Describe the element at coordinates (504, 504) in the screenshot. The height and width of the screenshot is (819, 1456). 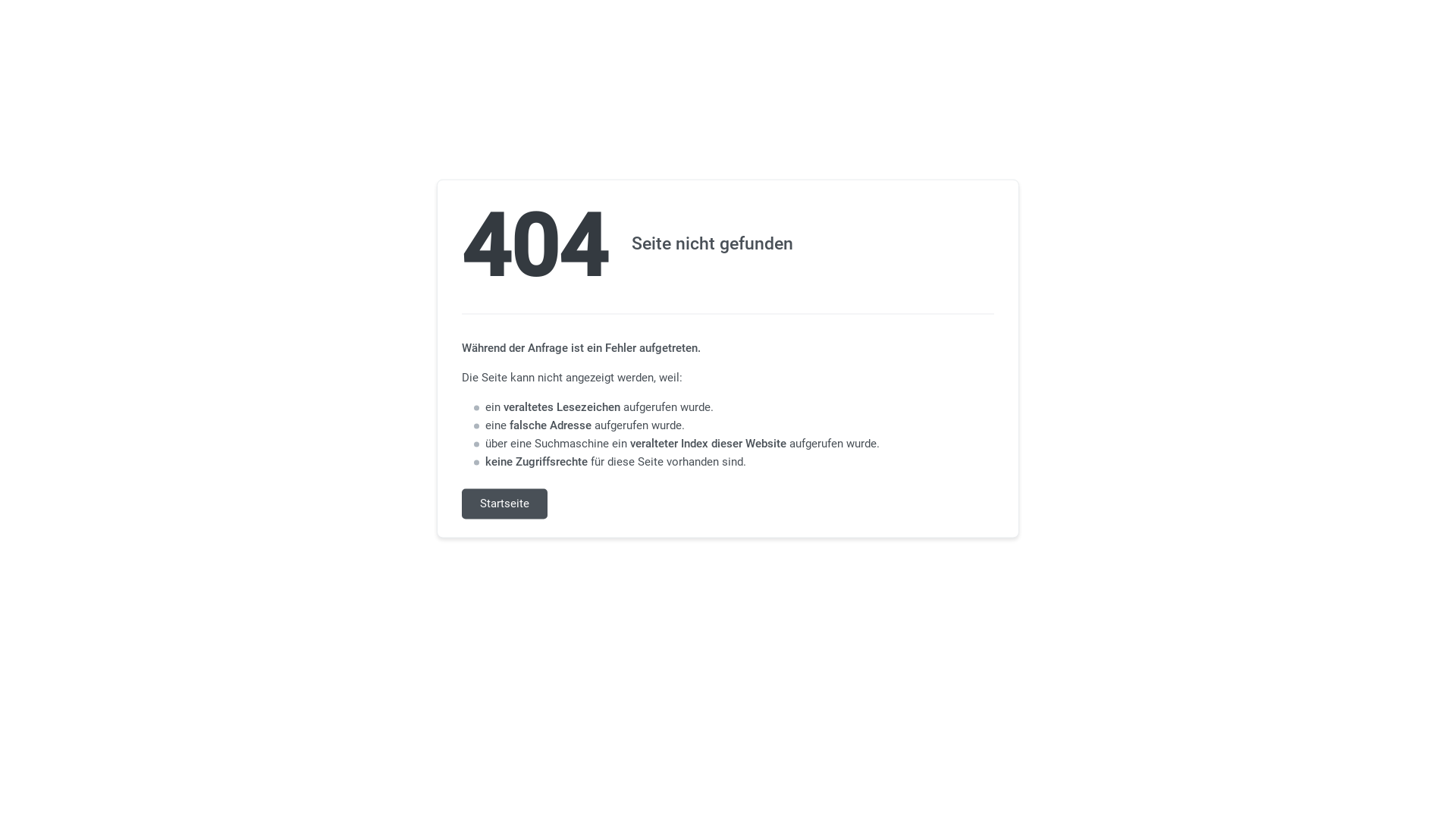
I see `'Startseite'` at that location.